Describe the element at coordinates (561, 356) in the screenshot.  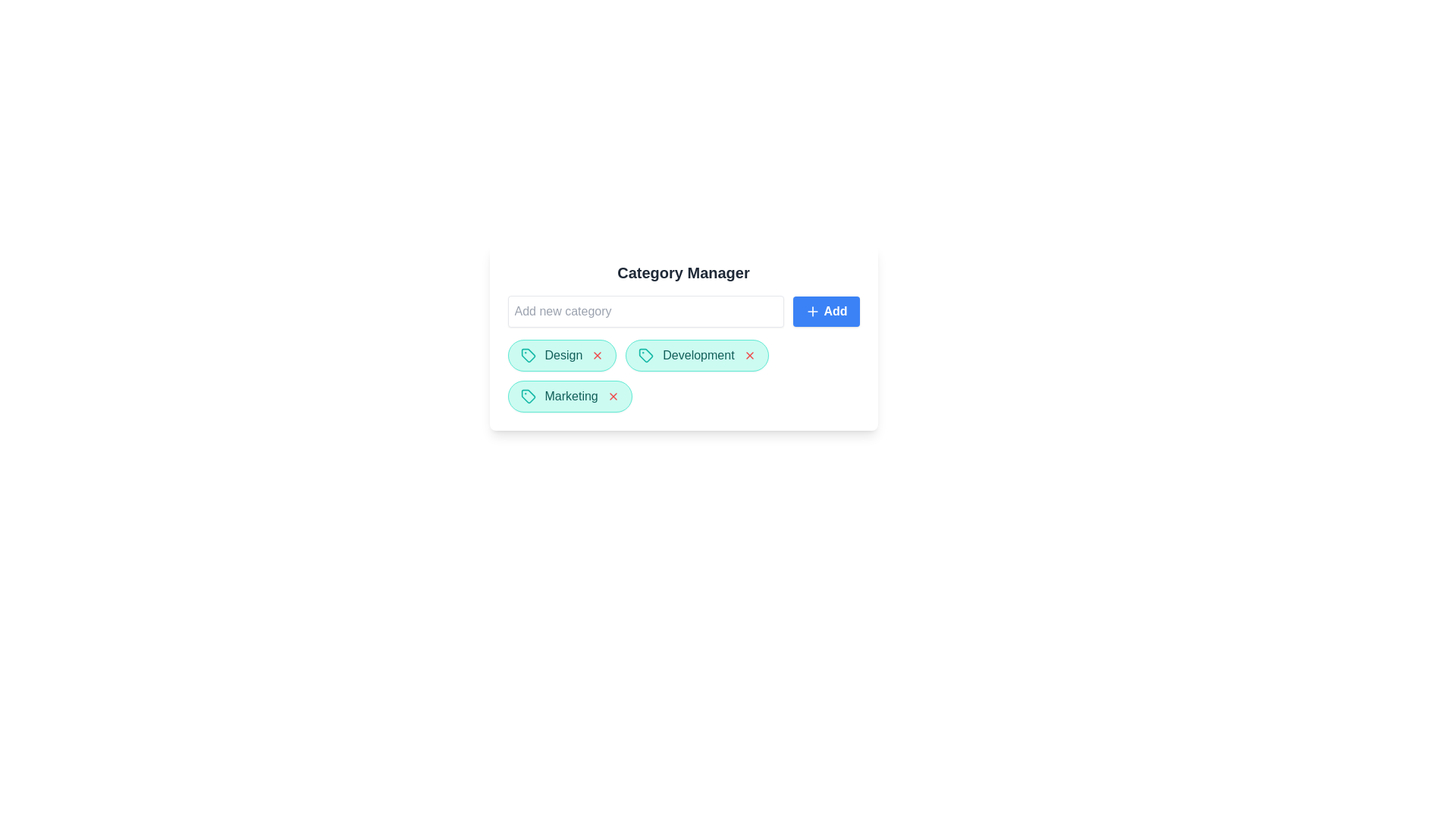
I see `the category chip labeled Design` at that location.